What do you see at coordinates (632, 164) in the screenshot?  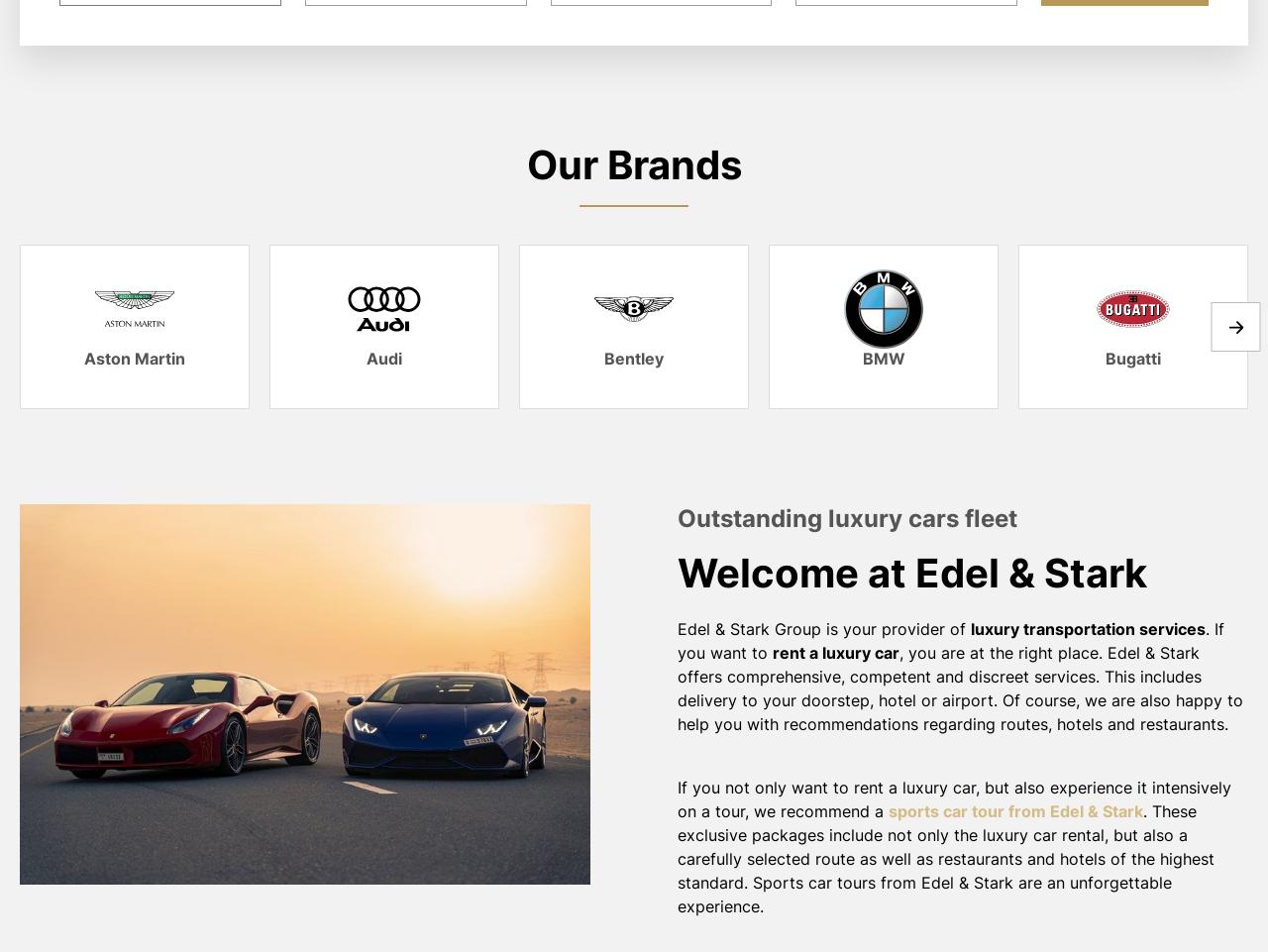 I see `'Our Brands'` at bounding box center [632, 164].